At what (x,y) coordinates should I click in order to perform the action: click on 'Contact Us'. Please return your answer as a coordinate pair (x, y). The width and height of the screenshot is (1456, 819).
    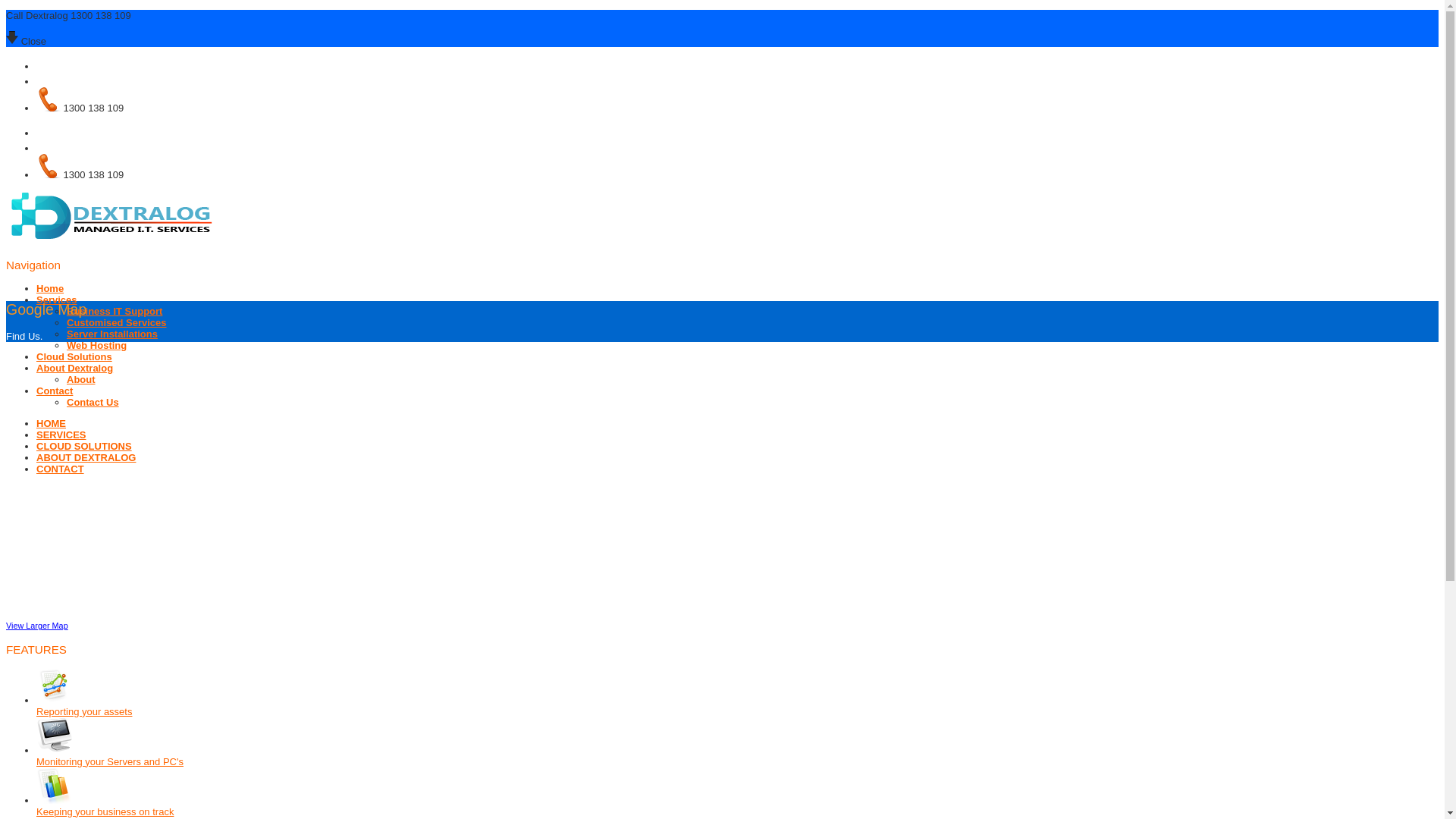
    Looking at the image, I should click on (92, 401).